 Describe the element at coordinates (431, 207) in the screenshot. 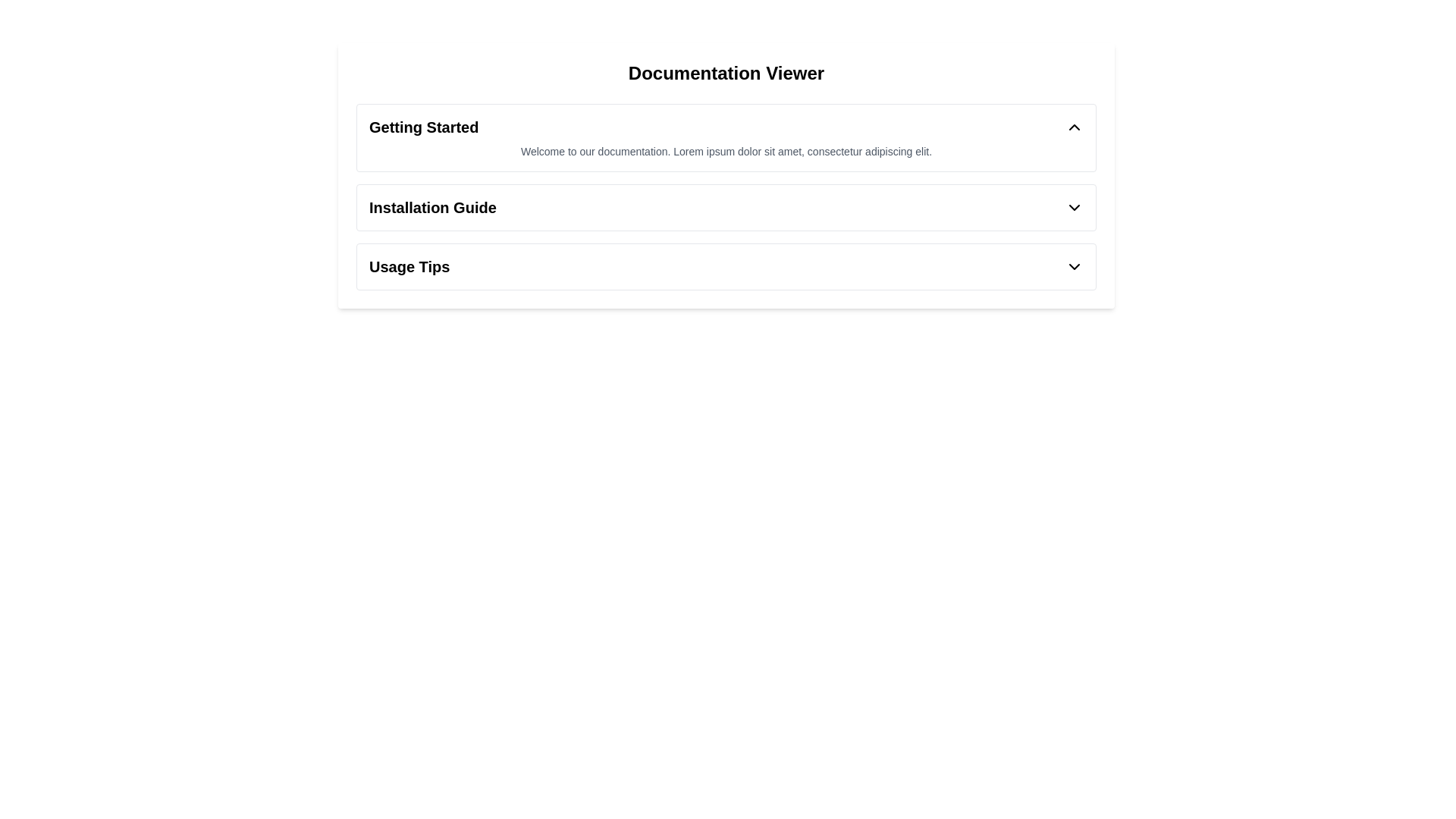

I see `text content from the 'Installation Guide' label, which is a bold, large font textual label positioned centrally in the second section below 'Getting Started'` at that location.